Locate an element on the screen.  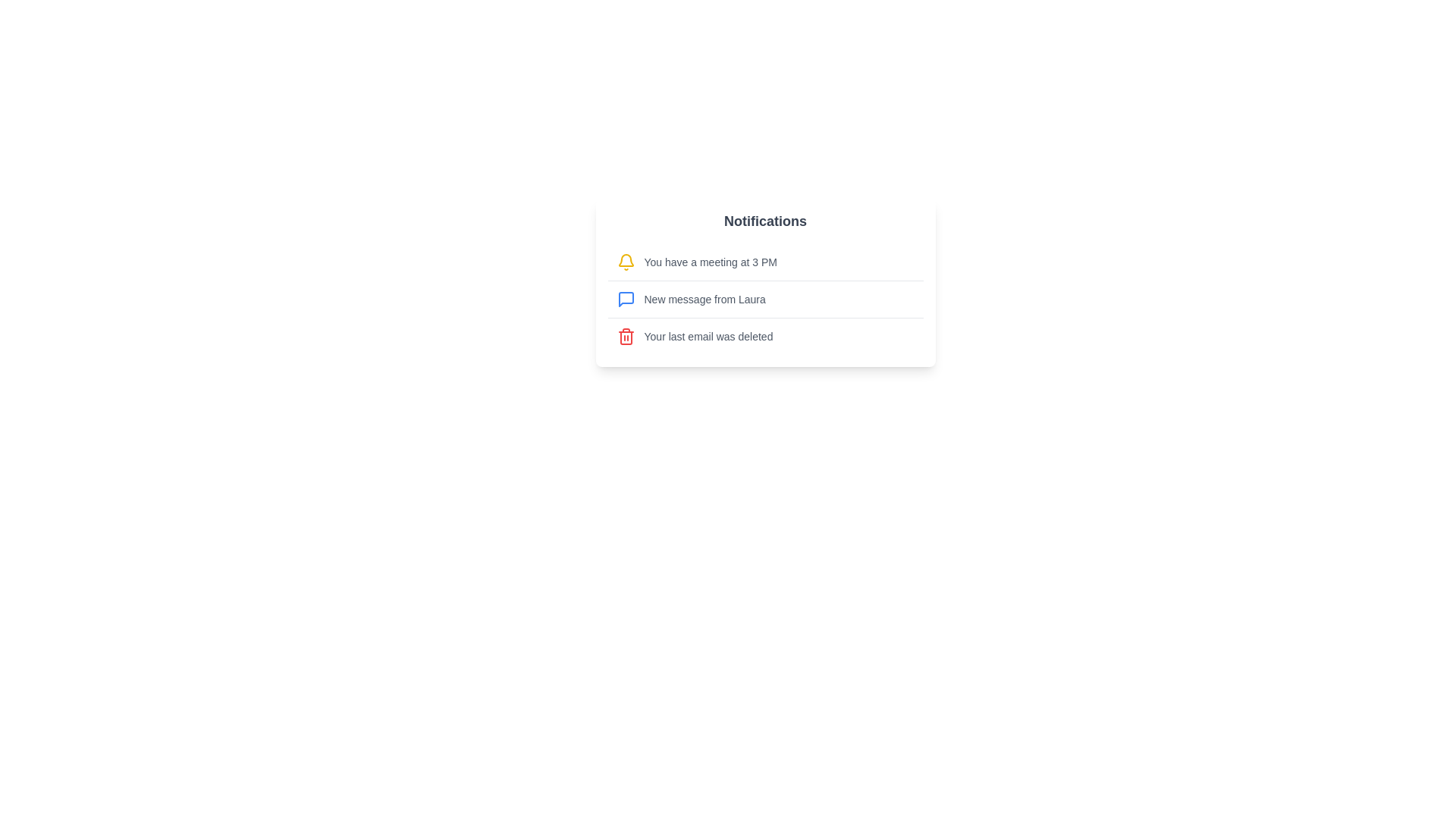
the notification item indicating a new message from Laura, which is the second item in the list of notifications is located at coordinates (765, 299).